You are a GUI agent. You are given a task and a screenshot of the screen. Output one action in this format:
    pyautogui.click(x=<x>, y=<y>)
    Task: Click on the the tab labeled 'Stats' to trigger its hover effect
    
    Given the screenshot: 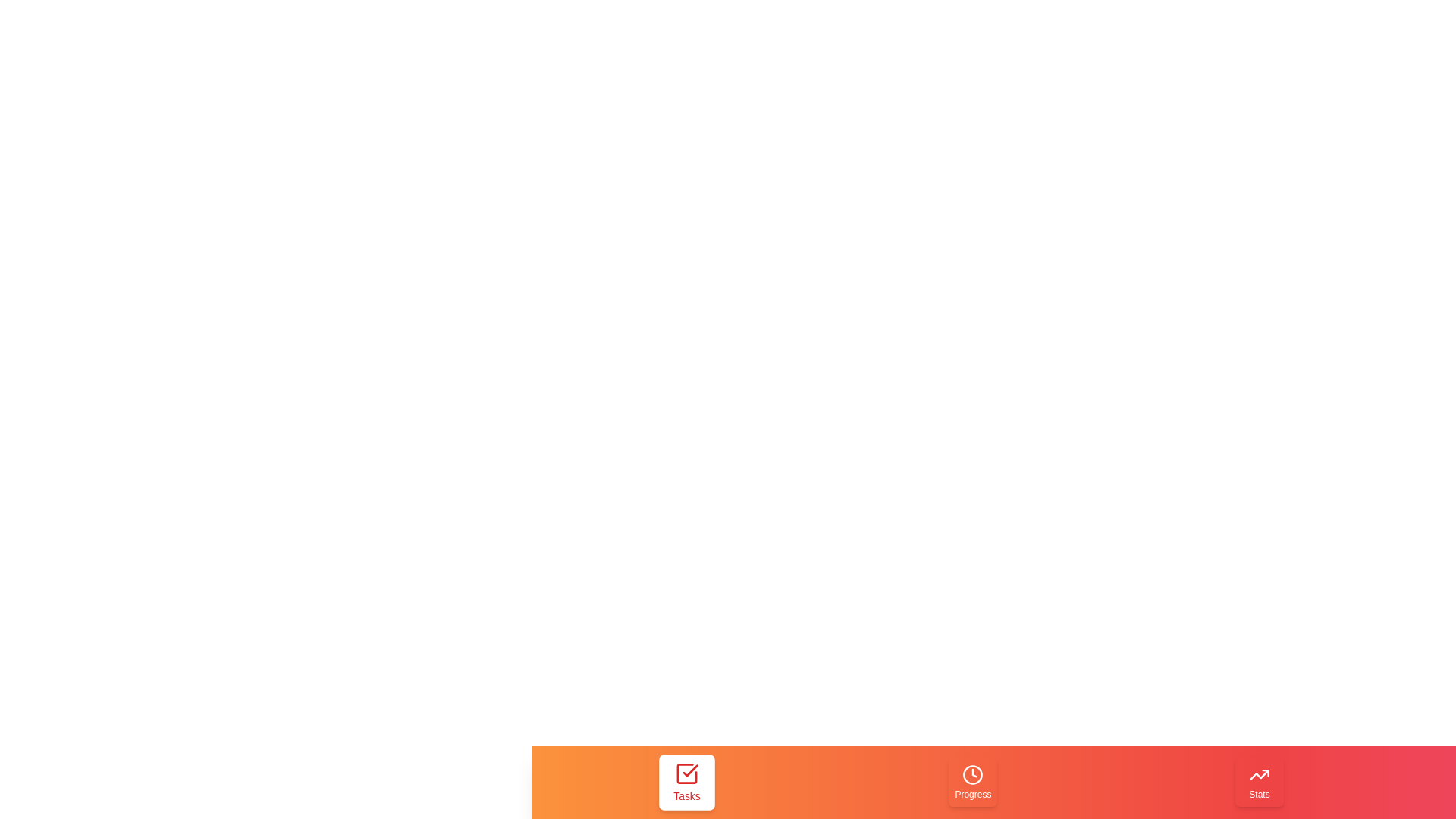 What is the action you would take?
    pyautogui.click(x=1259, y=783)
    